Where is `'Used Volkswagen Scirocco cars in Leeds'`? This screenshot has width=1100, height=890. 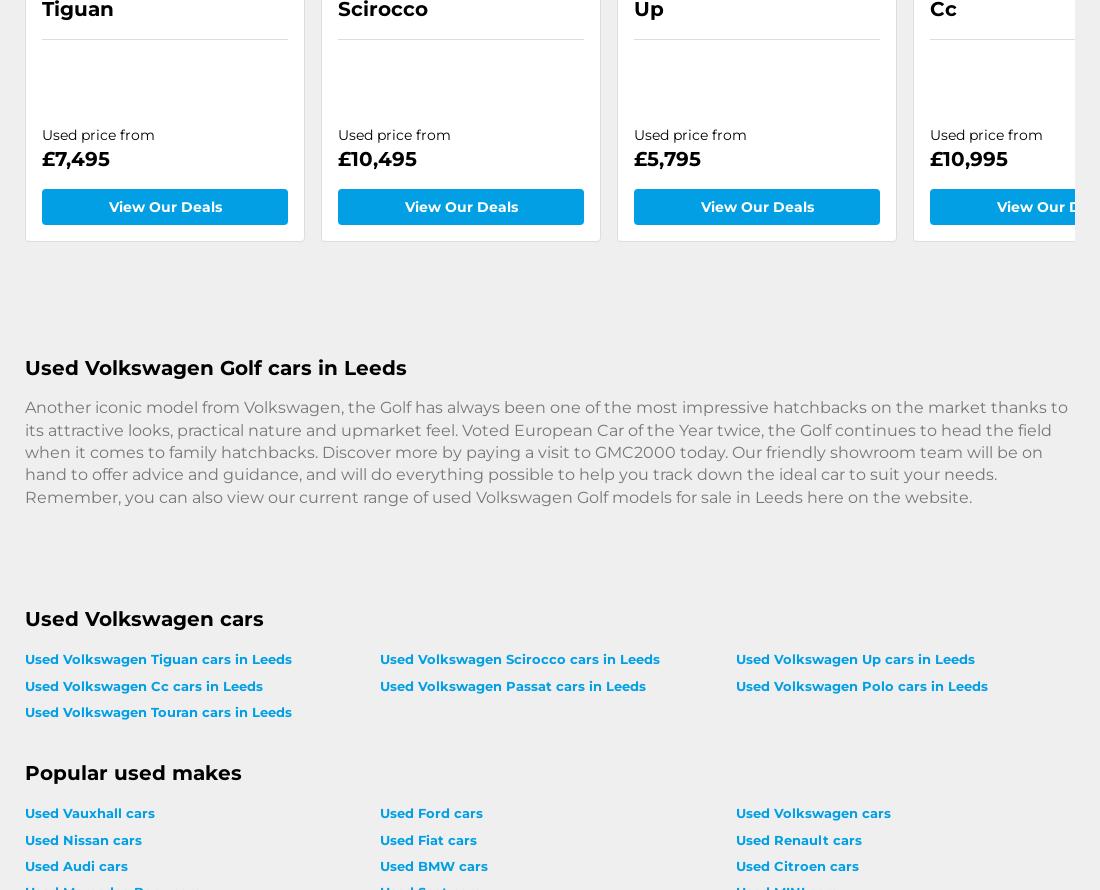 'Used Volkswagen Scirocco cars in Leeds' is located at coordinates (519, 658).